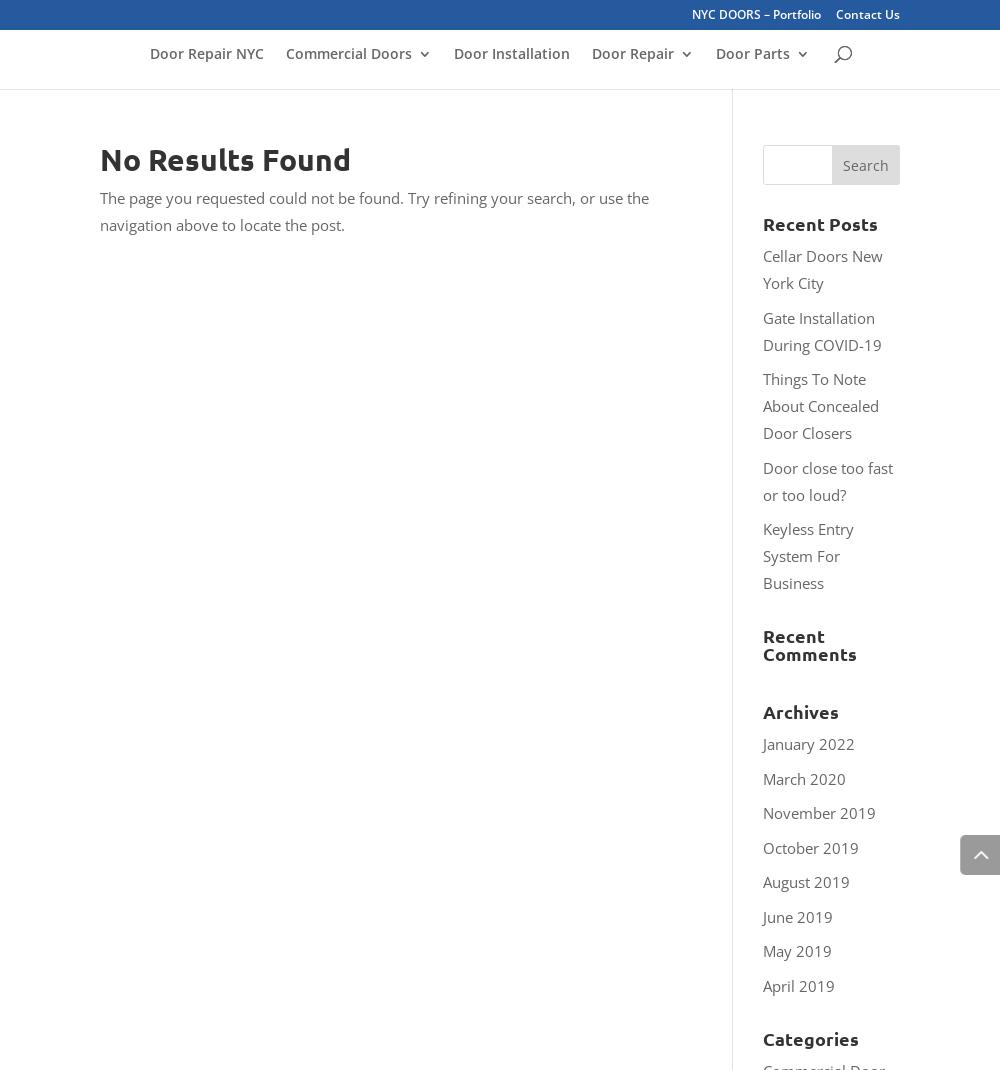 The image size is (1000, 1070). Describe the element at coordinates (763, 711) in the screenshot. I see `'Archives'` at that location.